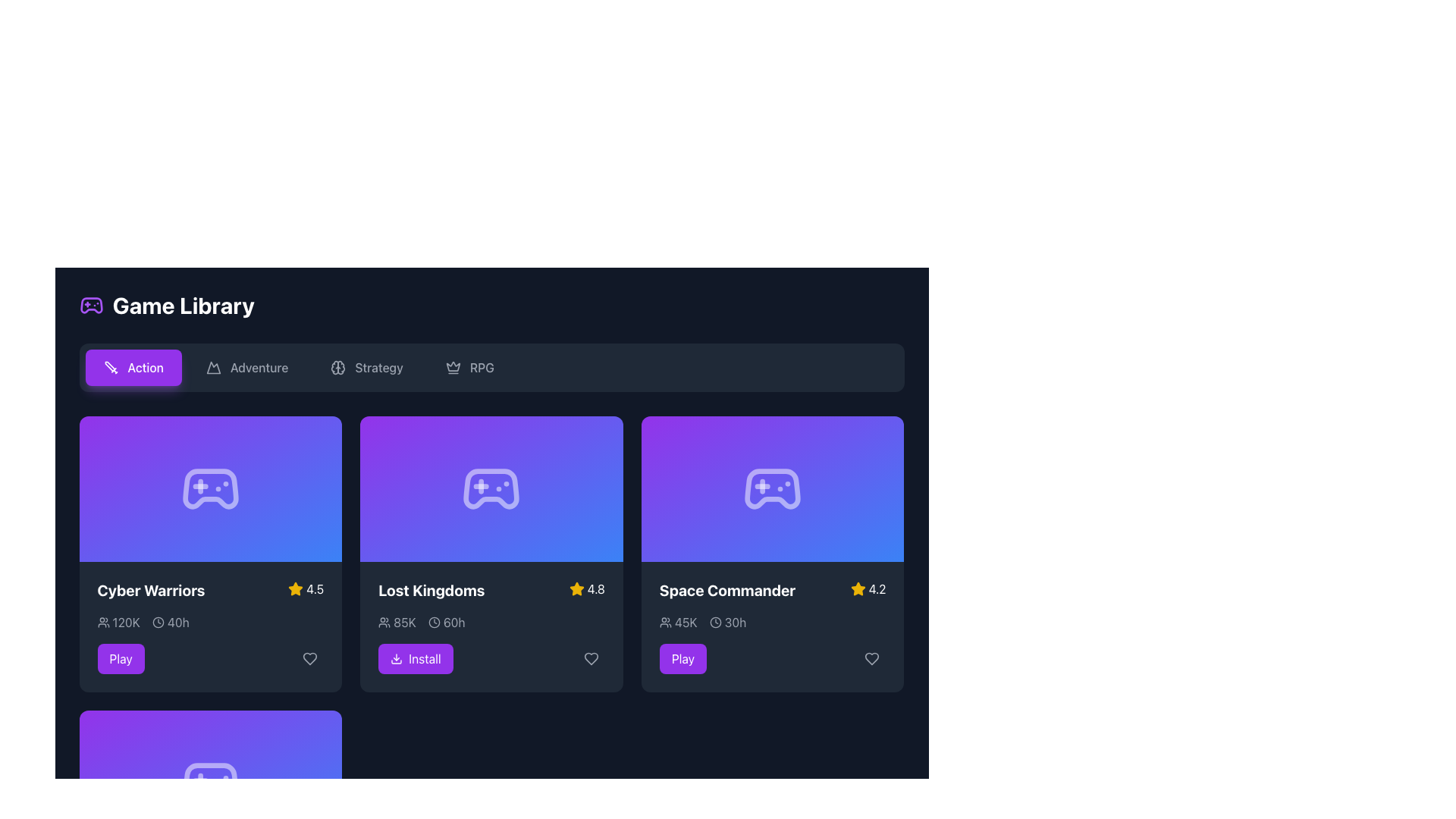 Image resolution: width=1456 pixels, height=819 pixels. I want to click on the clock icon located within the 'Cyber Warriors' card in the 'Game Library', positioned to the left of the text '40h', so click(158, 623).